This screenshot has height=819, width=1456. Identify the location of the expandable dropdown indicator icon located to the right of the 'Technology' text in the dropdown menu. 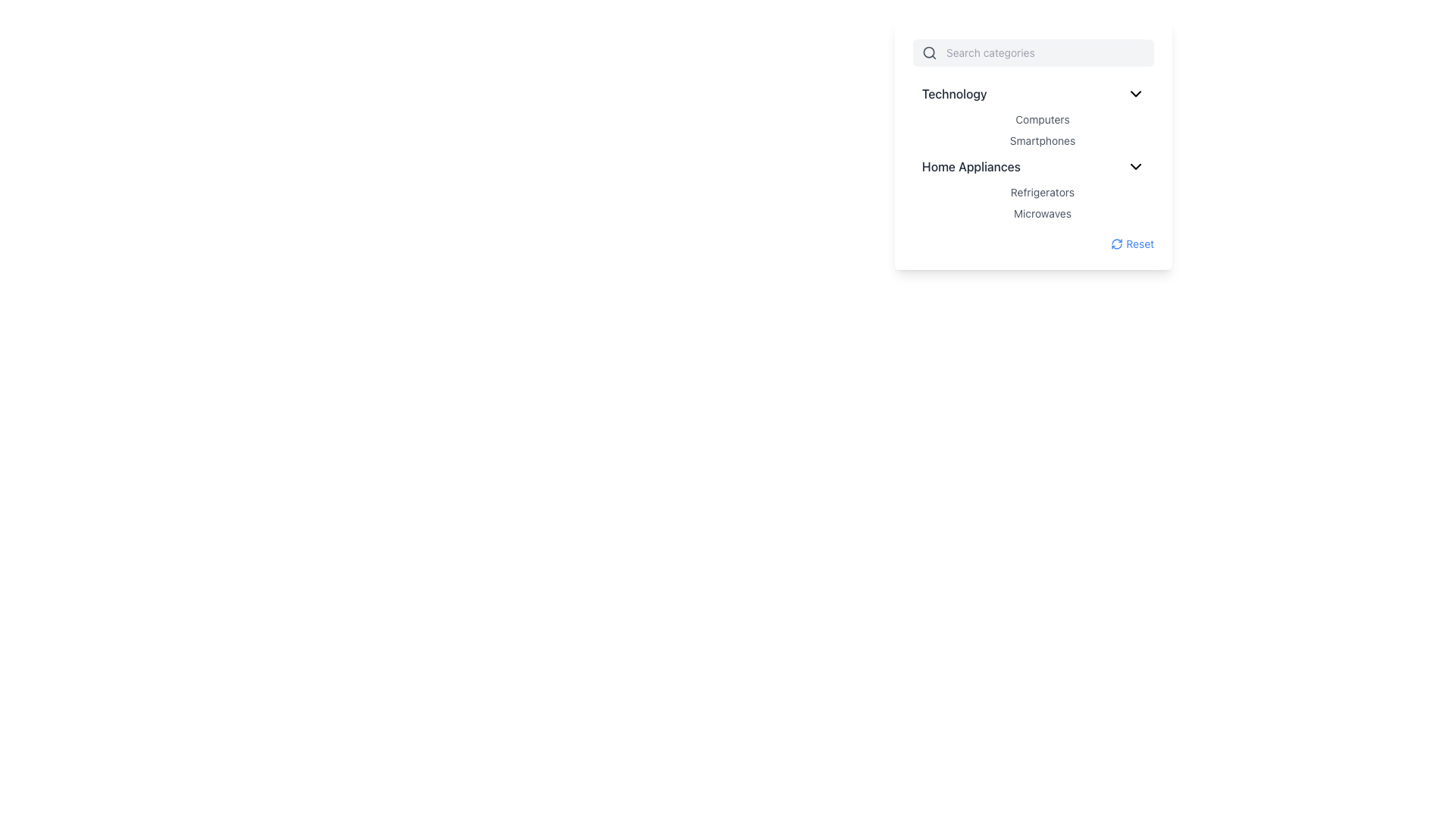
(1135, 93).